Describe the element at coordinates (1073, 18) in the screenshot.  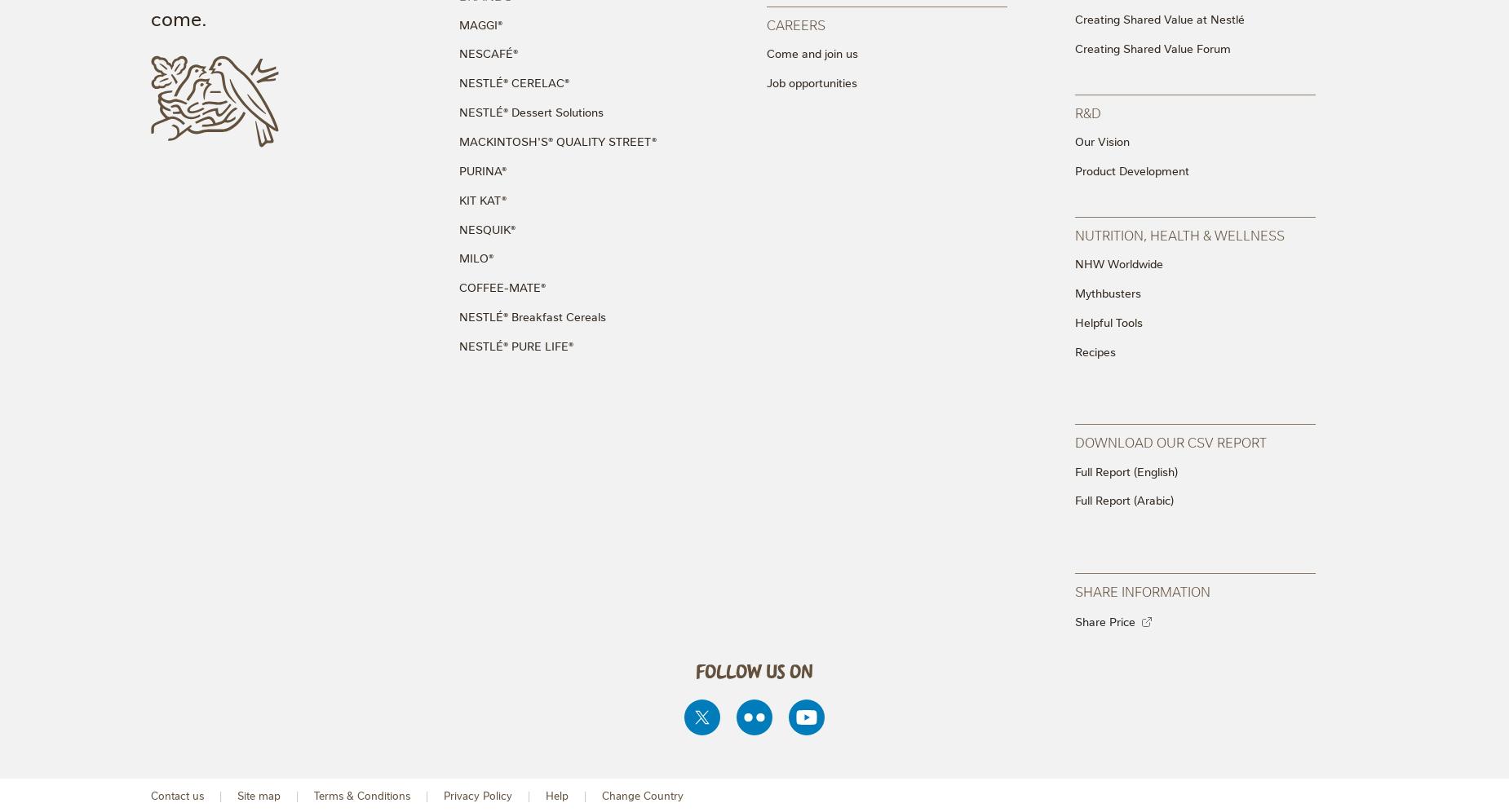
I see `'Creating Shared Value at Nestlé'` at that location.